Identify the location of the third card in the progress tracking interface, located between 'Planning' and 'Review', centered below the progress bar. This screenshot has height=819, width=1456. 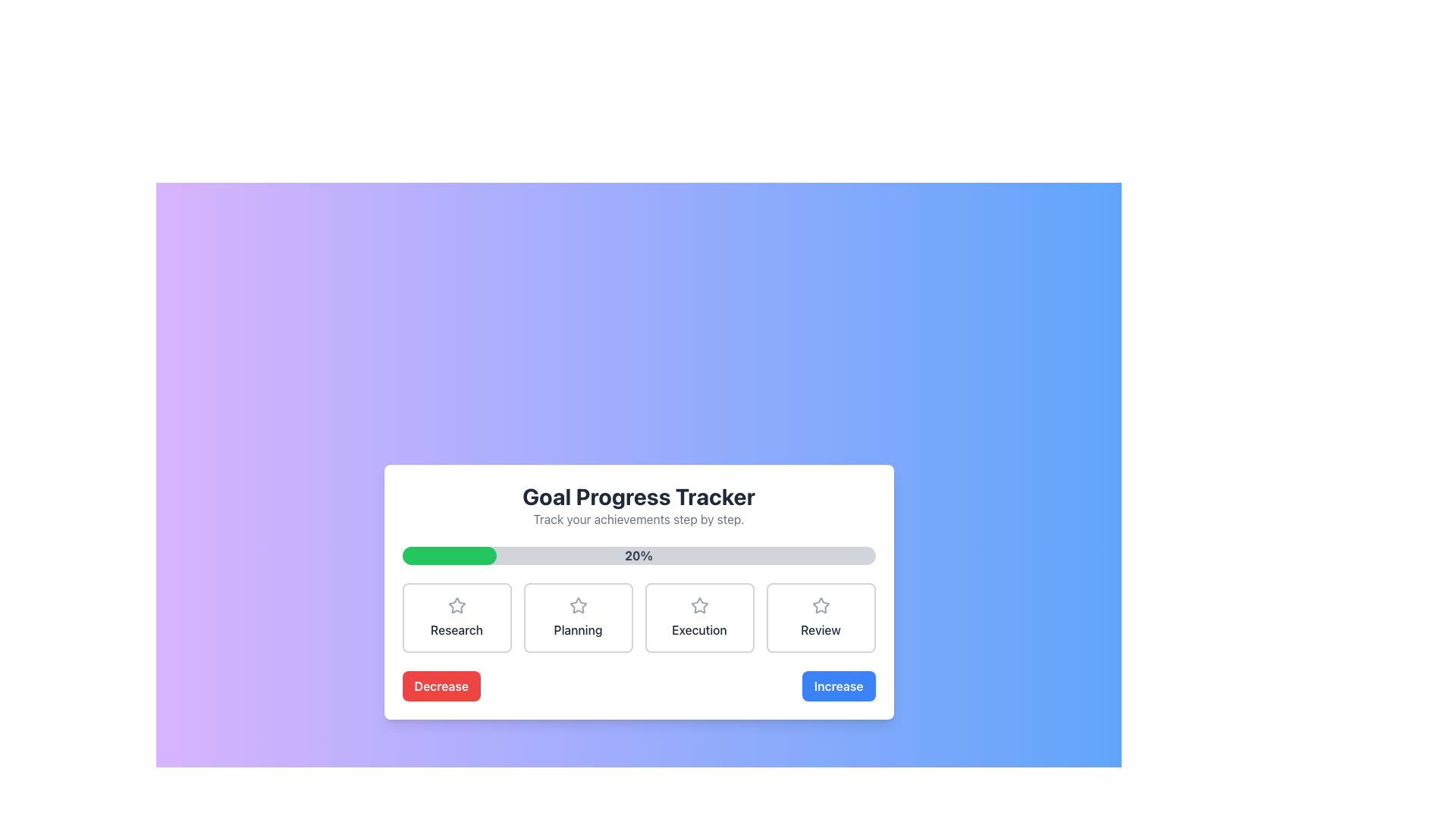
(698, 617).